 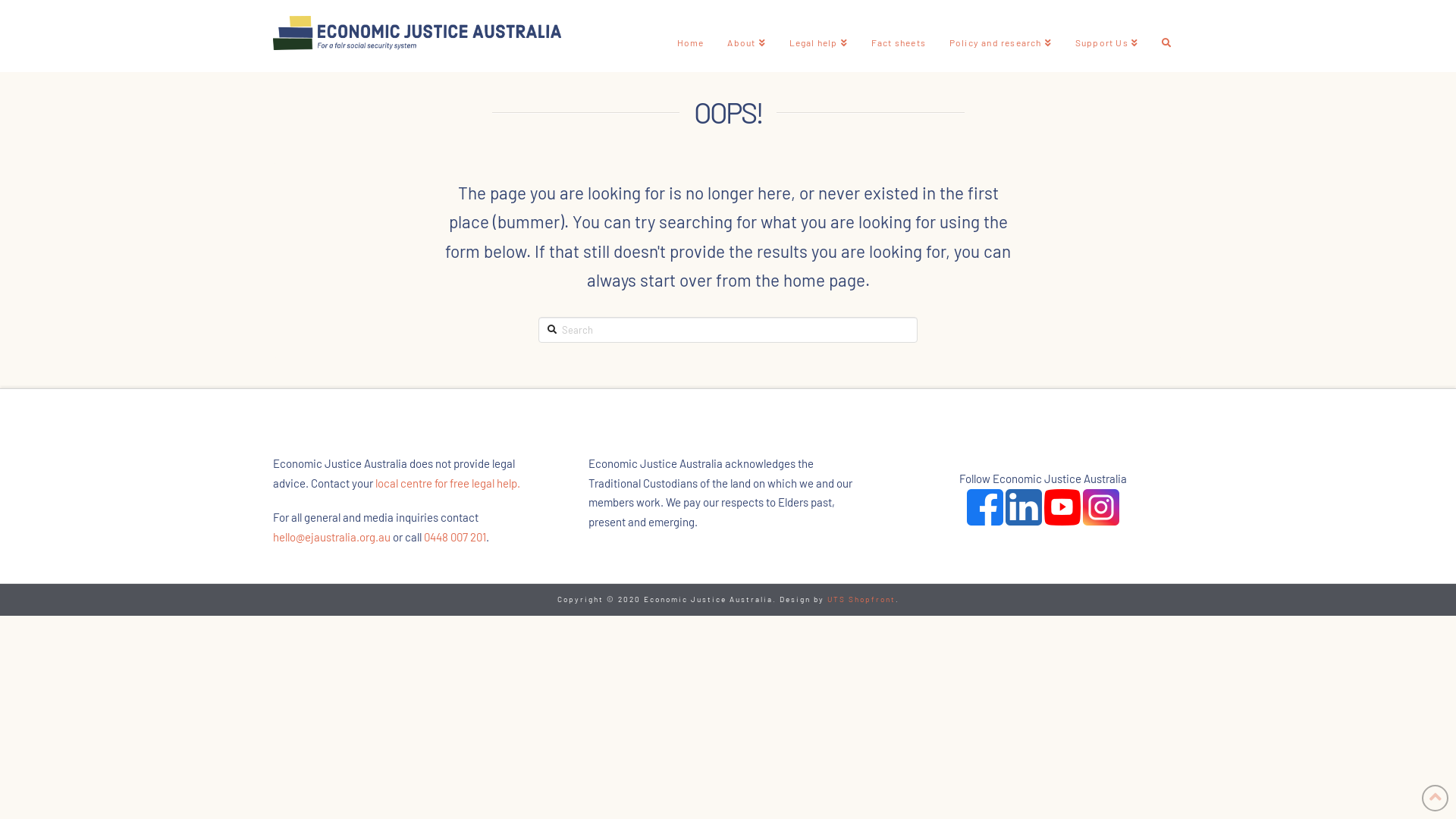 What do you see at coordinates (745, 35) in the screenshot?
I see `'About'` at bounding box center [745, 35].